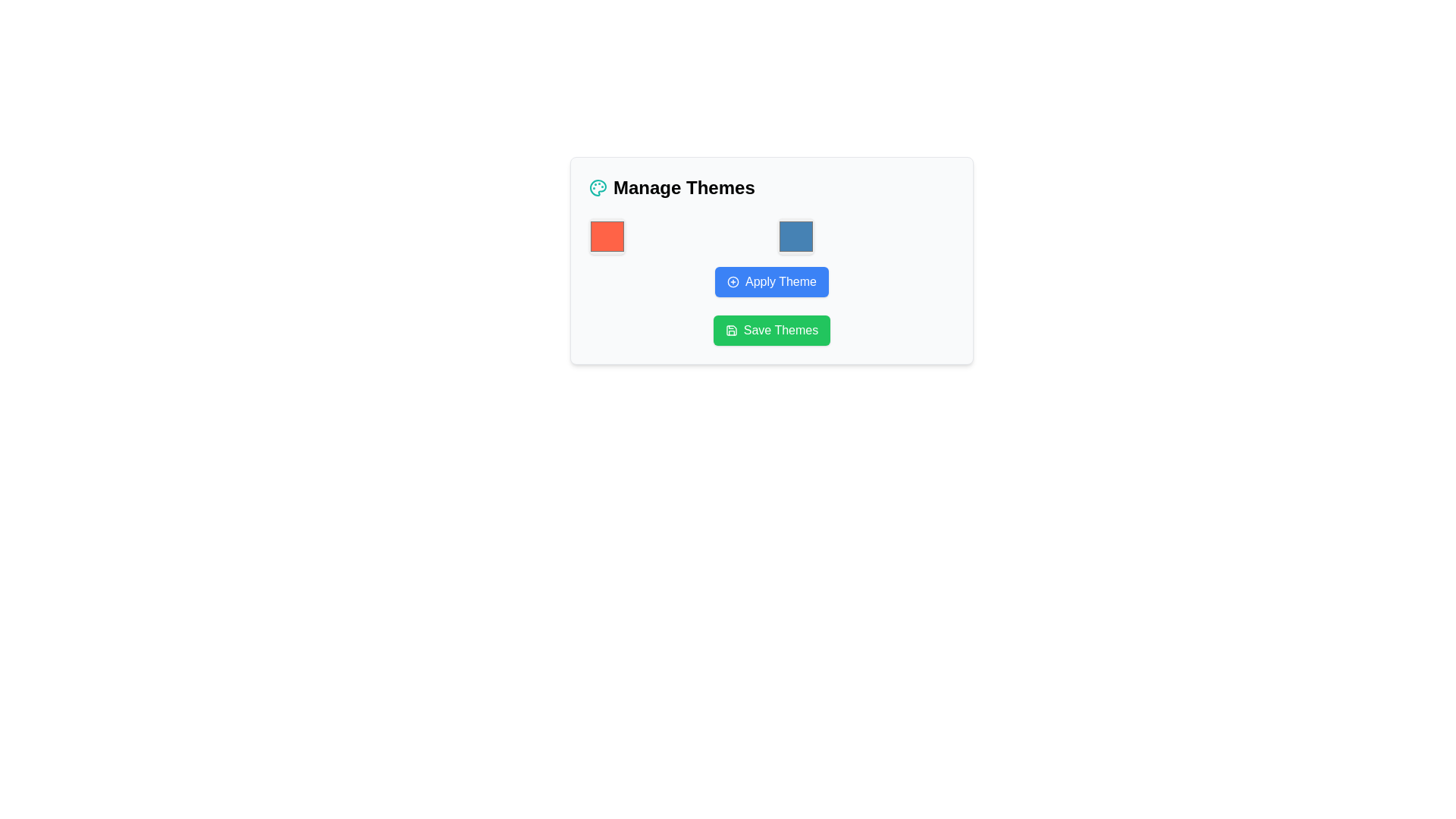 The width and height of the screenshot is (1456, 819). What do you see at coordinates (731, 329) in the screenshot?
I see `the 'Save Themes' button which contains the floppy disk save icon` at bounding box center [731, 329].